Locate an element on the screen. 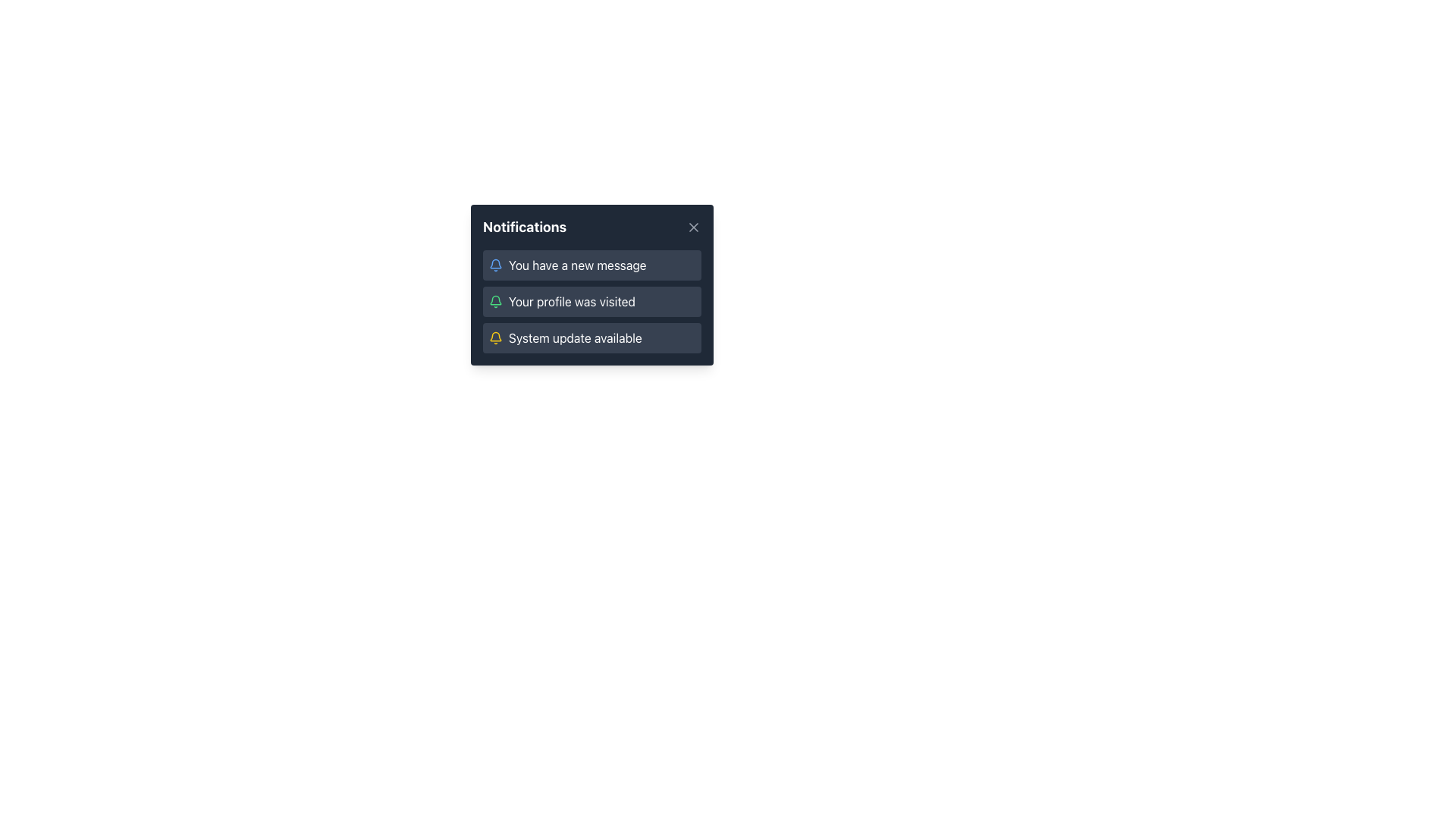 The image size is (1456, 819). notification message indicating that the user's profile has been visited, which is the second item in the notification panel's vertical list is located at coordinates (571, 301).